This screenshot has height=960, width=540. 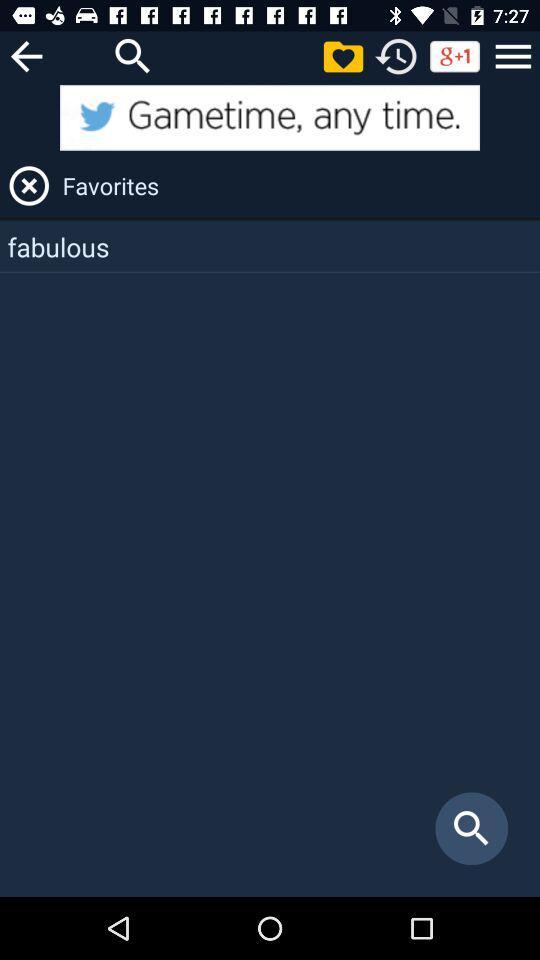 I want to click on twitter page, so click(x=270, y=117).